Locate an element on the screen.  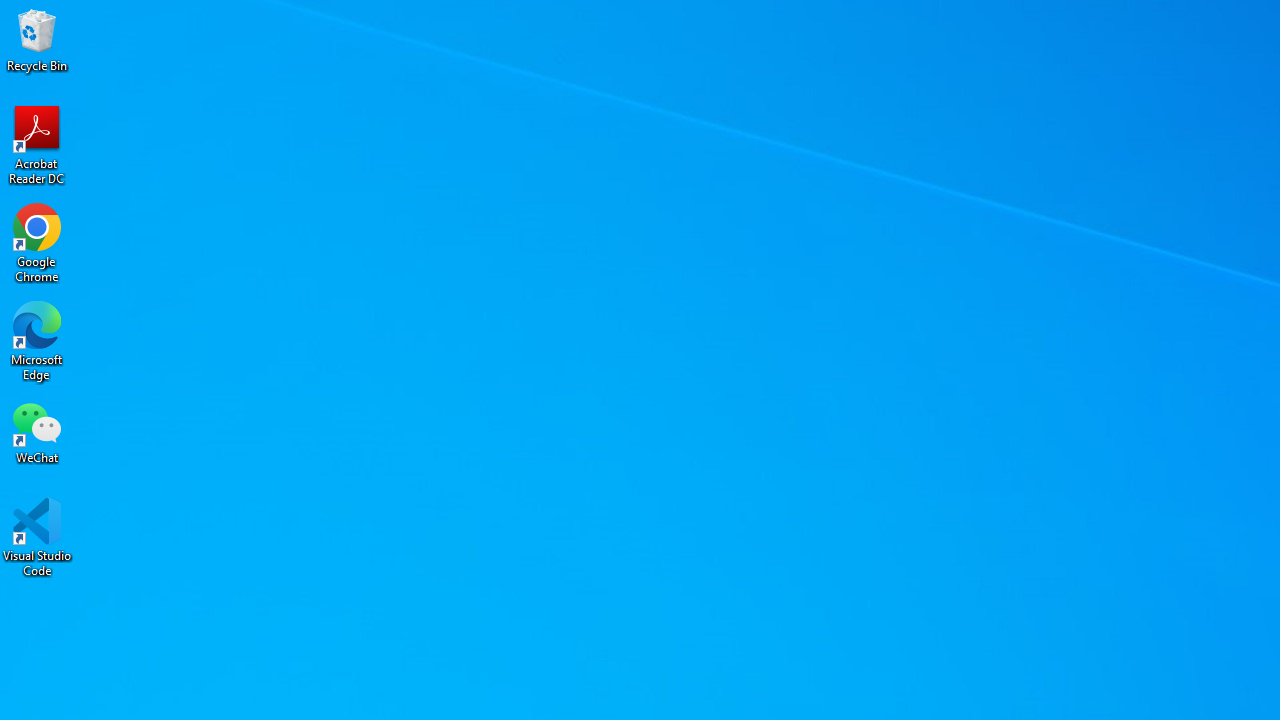
'Google Chrome' is located at coordinates (37, 242).